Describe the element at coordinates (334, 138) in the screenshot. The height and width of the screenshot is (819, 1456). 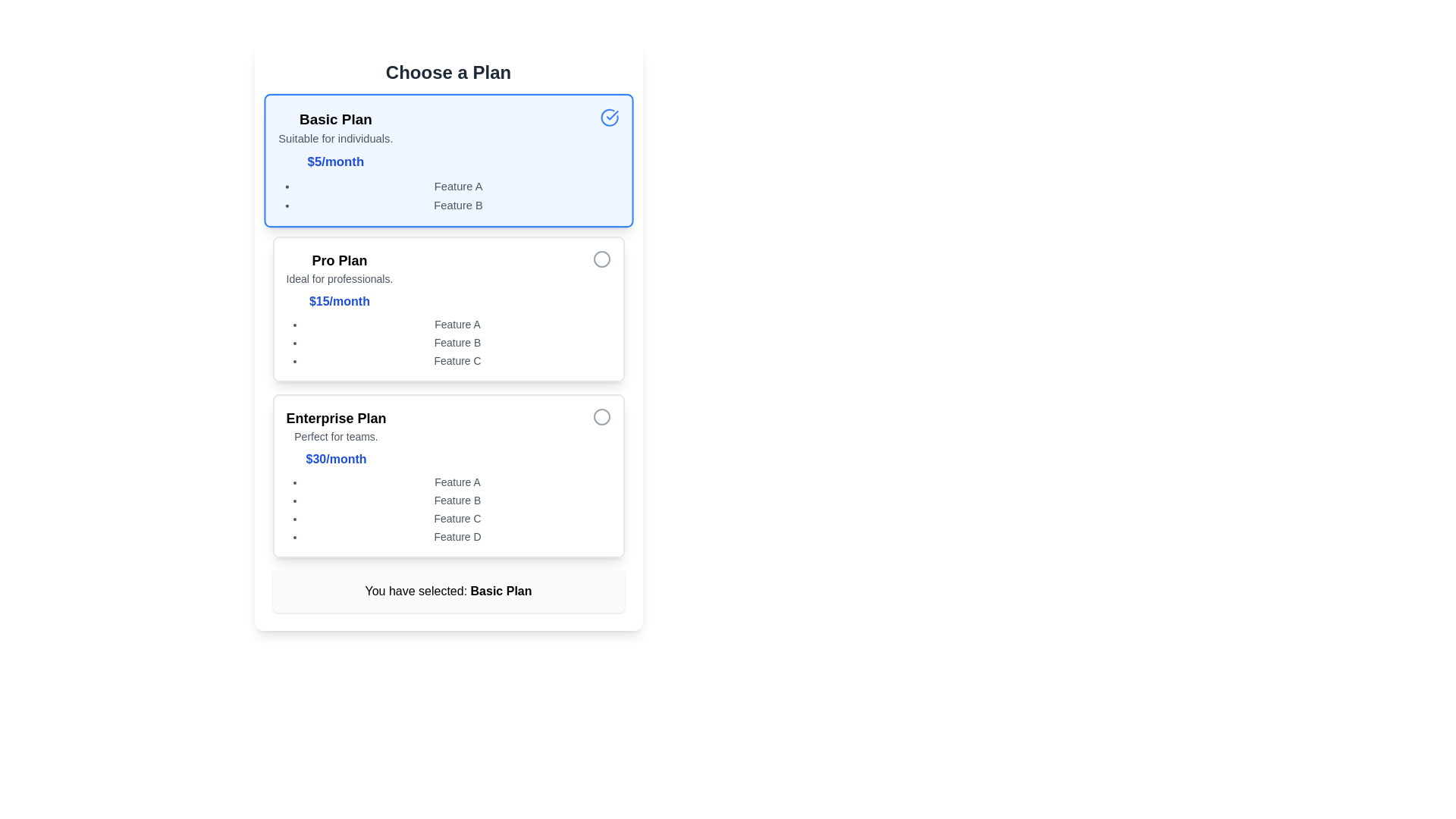
I see `descriptive information of the text element that reads 'Suitable for individuals.' located beneath the title 'Basic Plan' and above the pricing information '$5/month'` at that location.